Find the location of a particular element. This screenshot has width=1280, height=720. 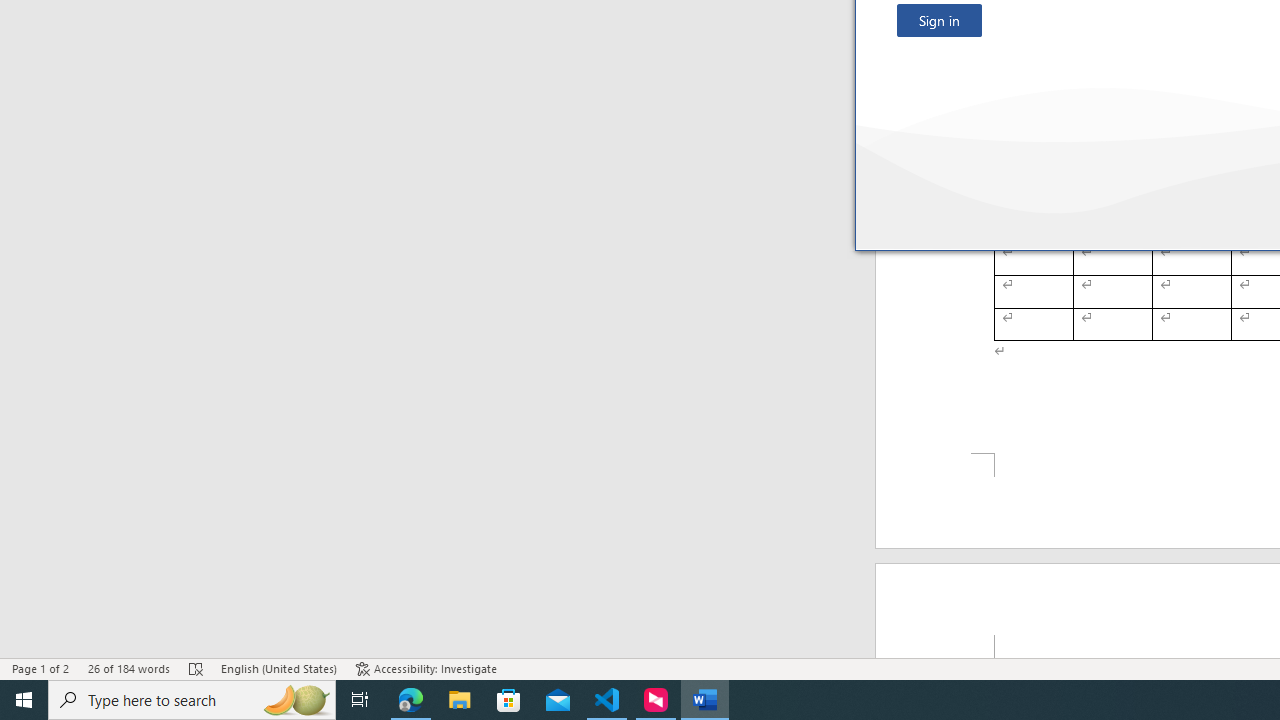

'Visual Studio Code - 1 running window' is located at coordinates (606, 698).